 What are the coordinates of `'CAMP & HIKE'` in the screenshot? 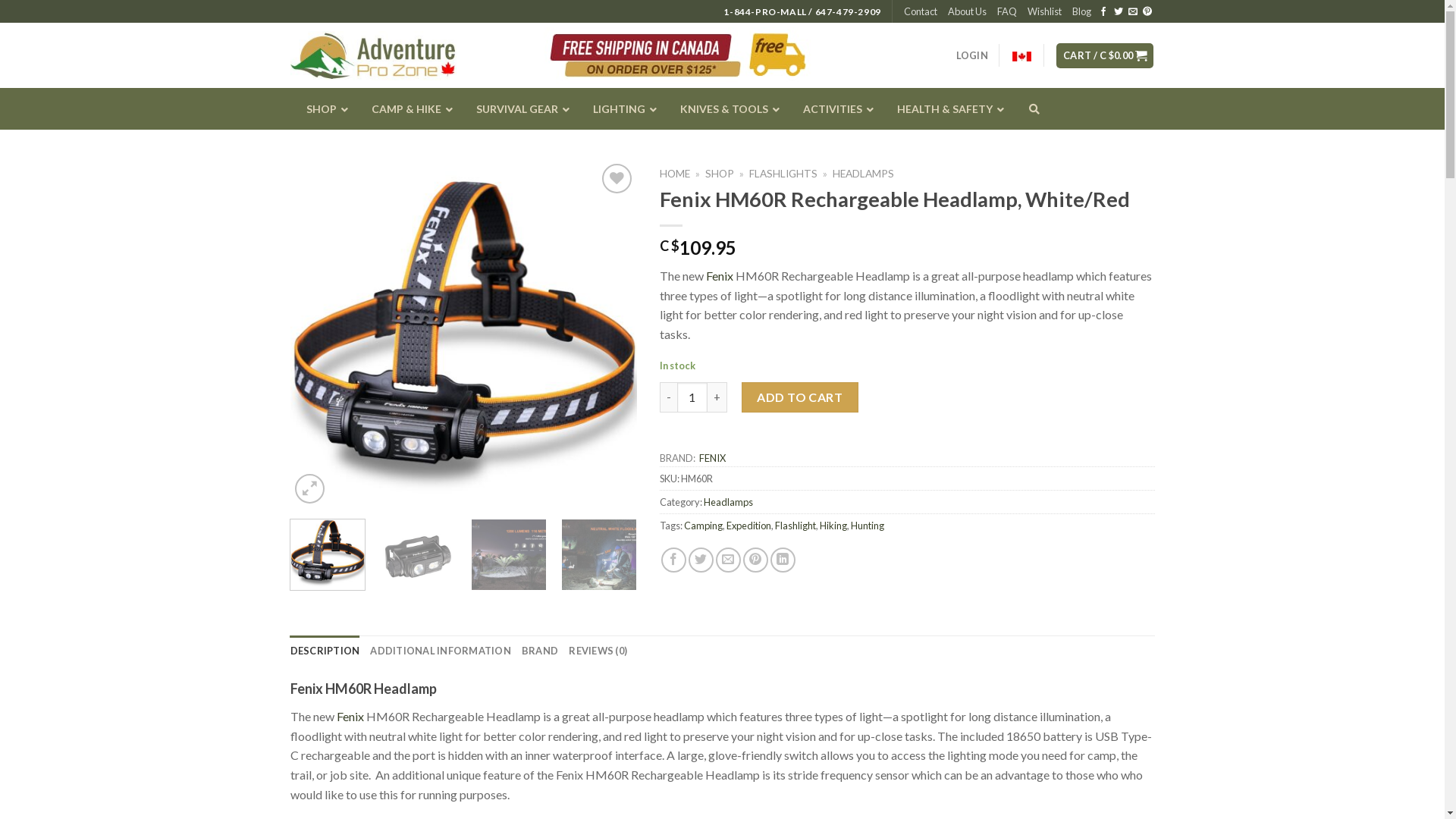 It's located at (407, 108).